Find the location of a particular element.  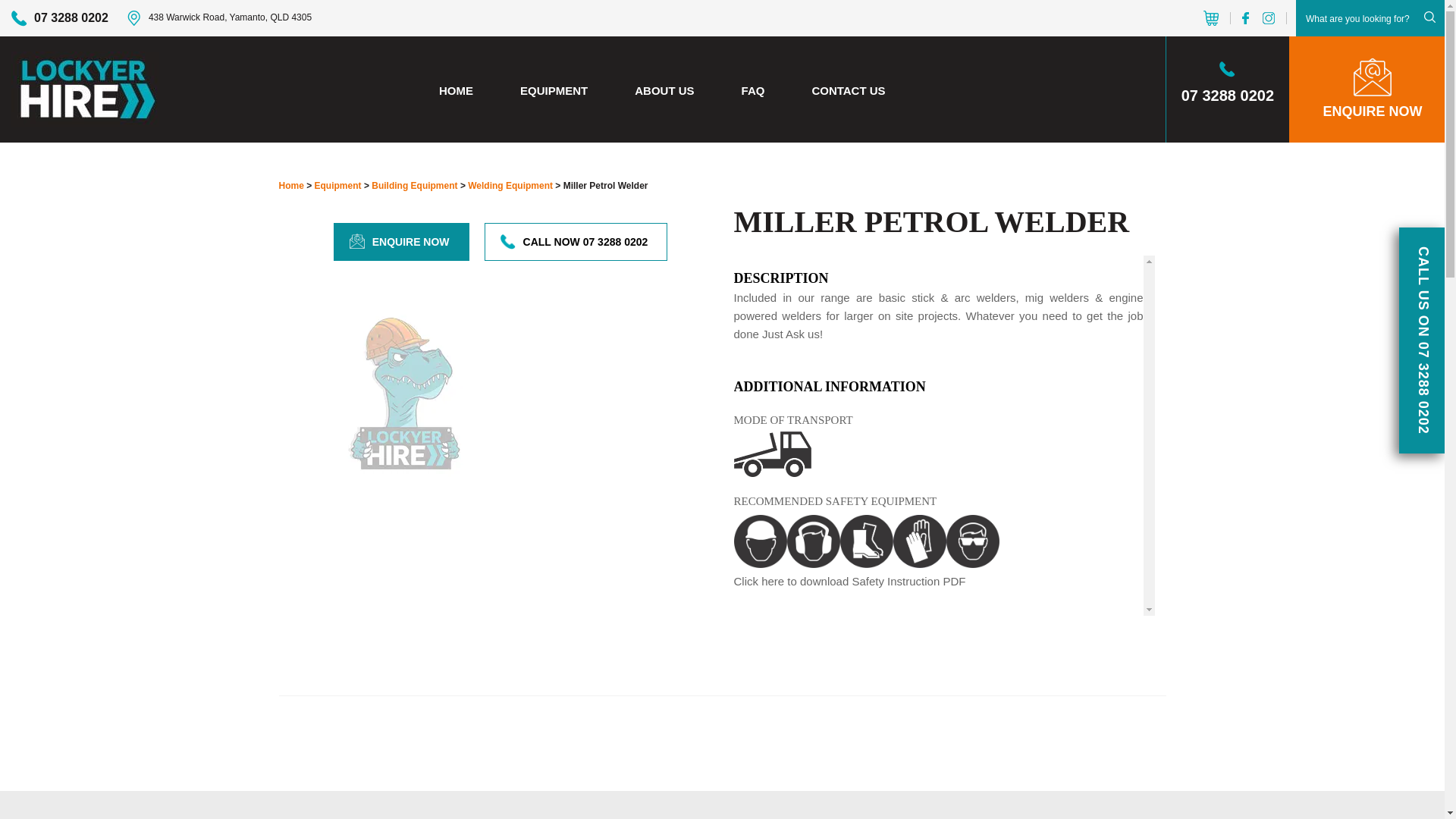

'FAQ' is located at coordinates (741, 90).